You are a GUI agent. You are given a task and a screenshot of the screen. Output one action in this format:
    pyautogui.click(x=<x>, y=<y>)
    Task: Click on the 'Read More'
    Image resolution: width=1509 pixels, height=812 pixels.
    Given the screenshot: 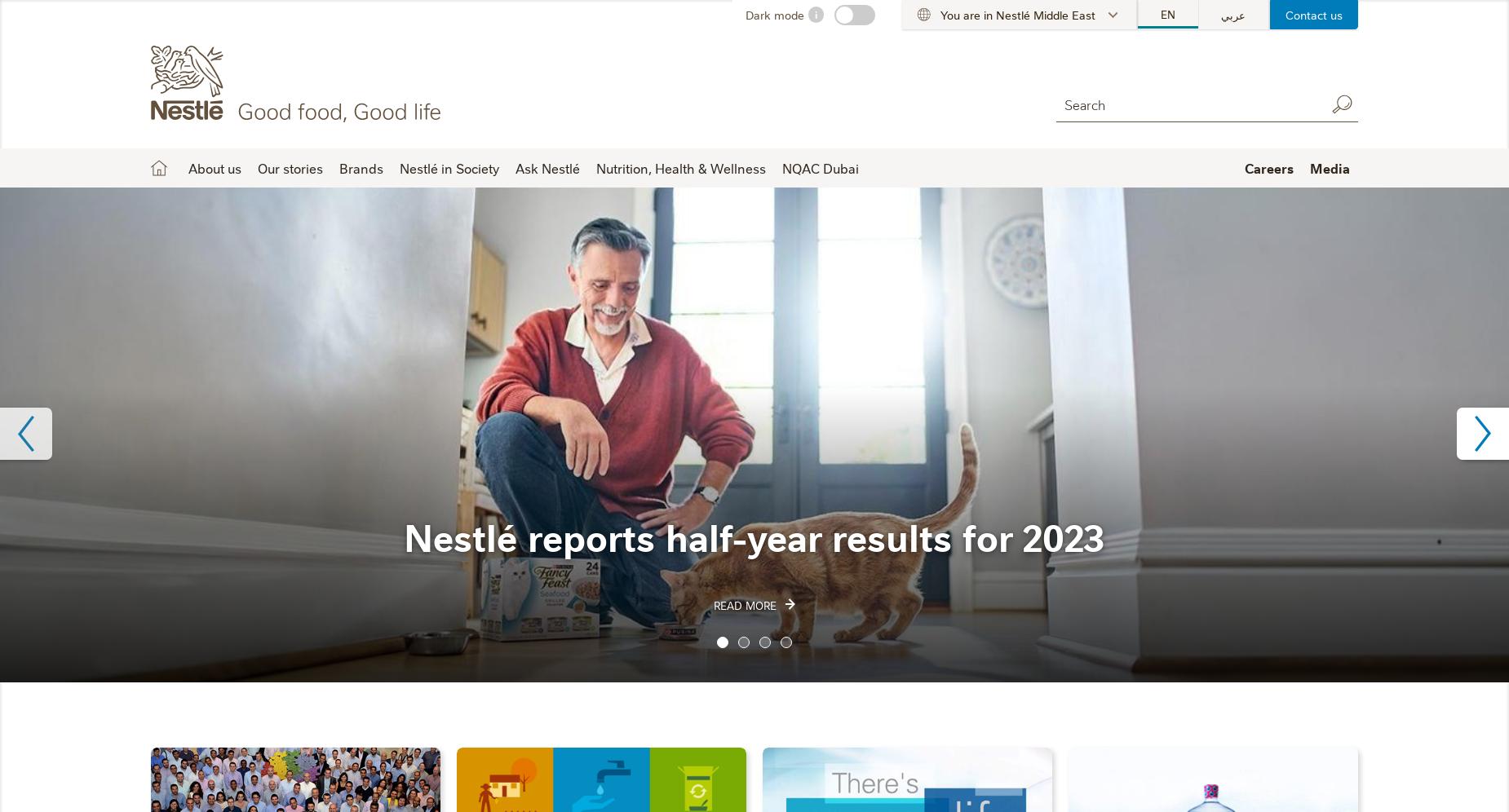 What is the action you would take?
    pyautogui.click(x=746, y=603)
    